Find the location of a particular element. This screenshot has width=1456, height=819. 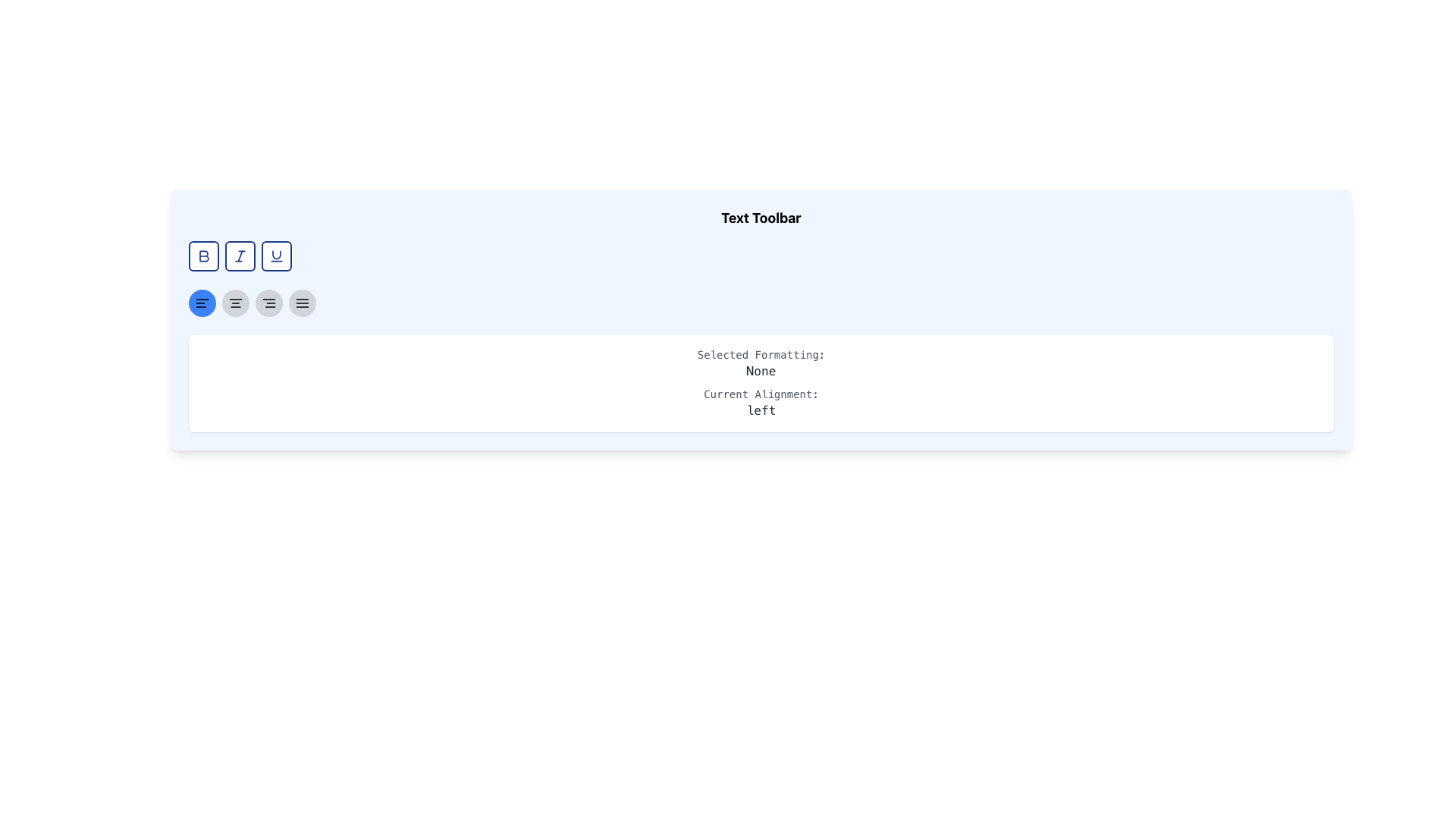

the bold icon button in the toolbar is located at coordinates (202, 256).